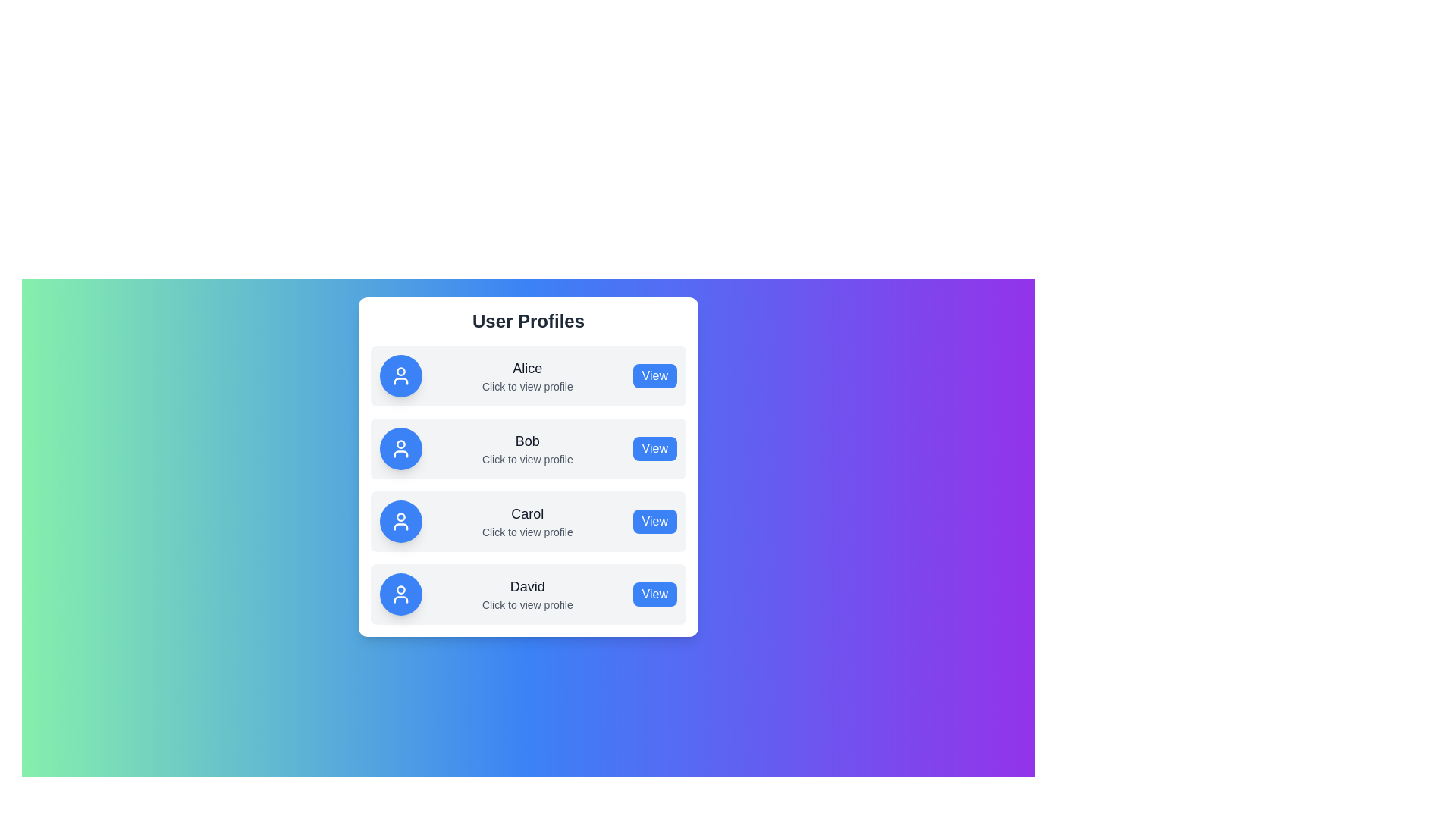 This screenshot has height=819, width=1456. What do you see at coordinates (654, 375) in the screenshot?
I see `the blue rectangular button with rounded corners labeled 'View' located to the right of the list item for 'Alice'` at bounding box center [654, 375].